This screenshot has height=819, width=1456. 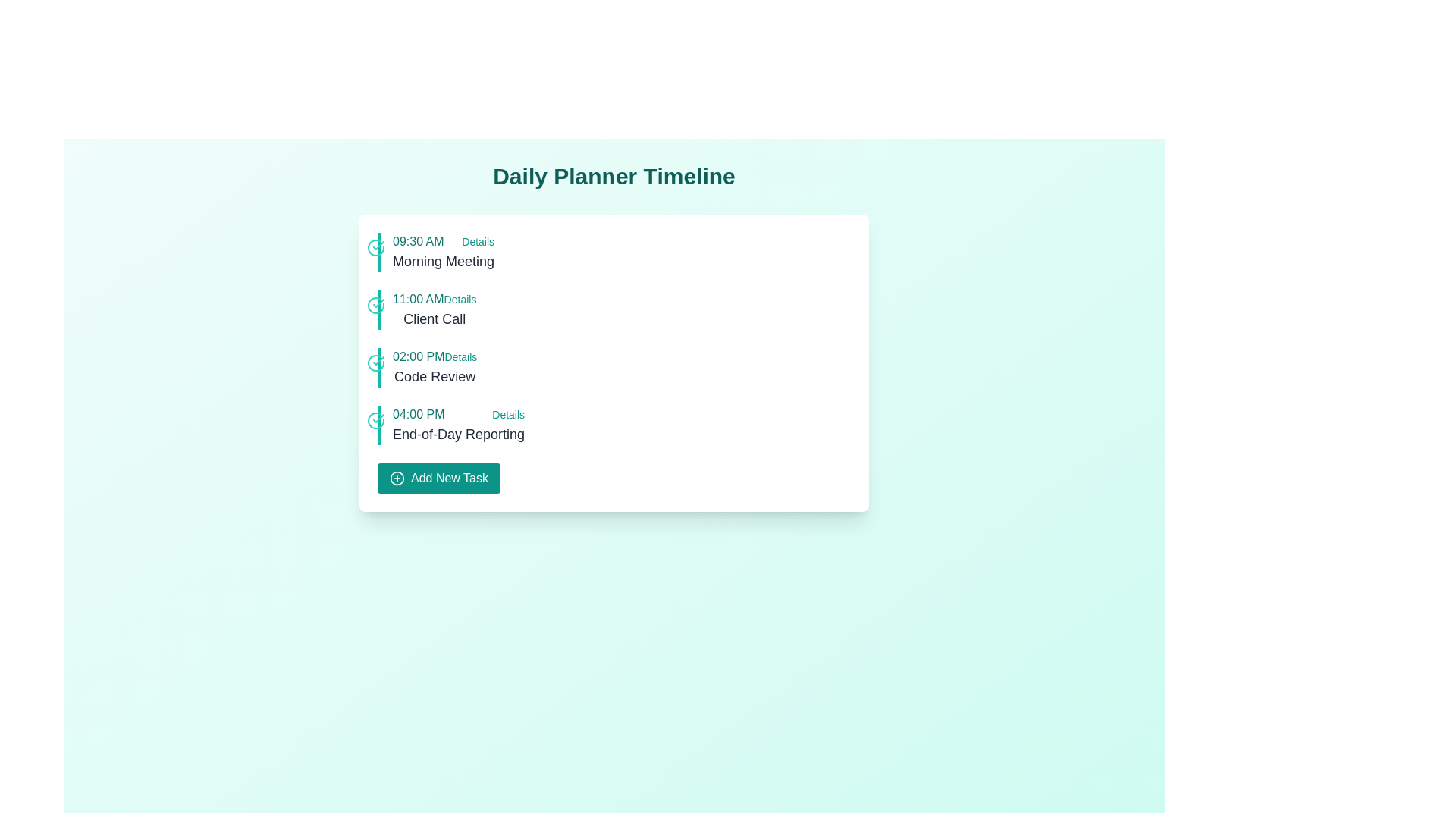 What do you see at coordinates (443, 251) in the screenshot?
I see `the 'Morning Meeting' entry in the daily planner timeline` at bounding box center [443, 251].